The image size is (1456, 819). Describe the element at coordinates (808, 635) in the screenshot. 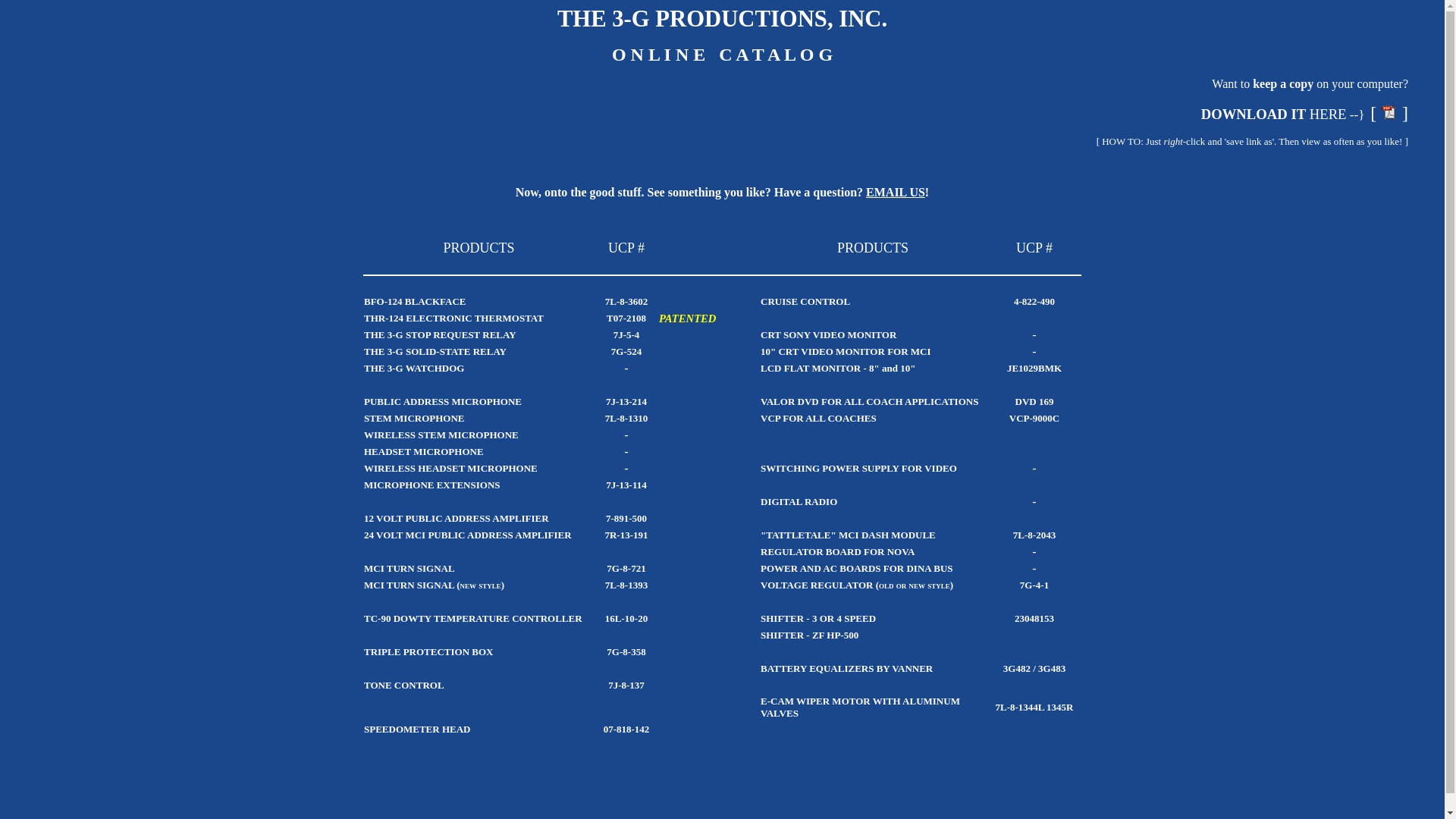

I see `'SHIFTER - ZF HP-500'` at that location.